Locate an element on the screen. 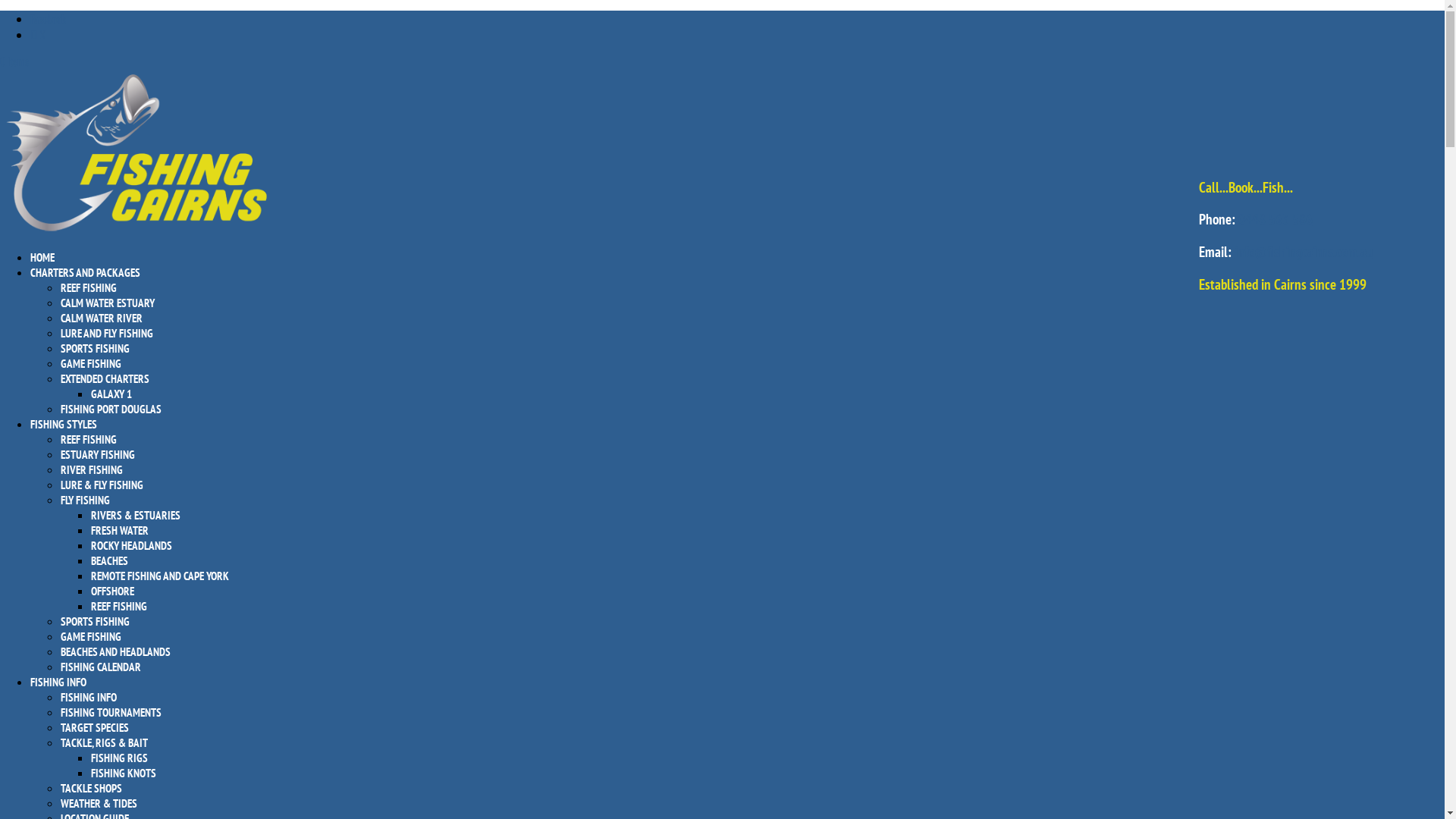  'FISHING INFO' is located at coordinates (87, 697).